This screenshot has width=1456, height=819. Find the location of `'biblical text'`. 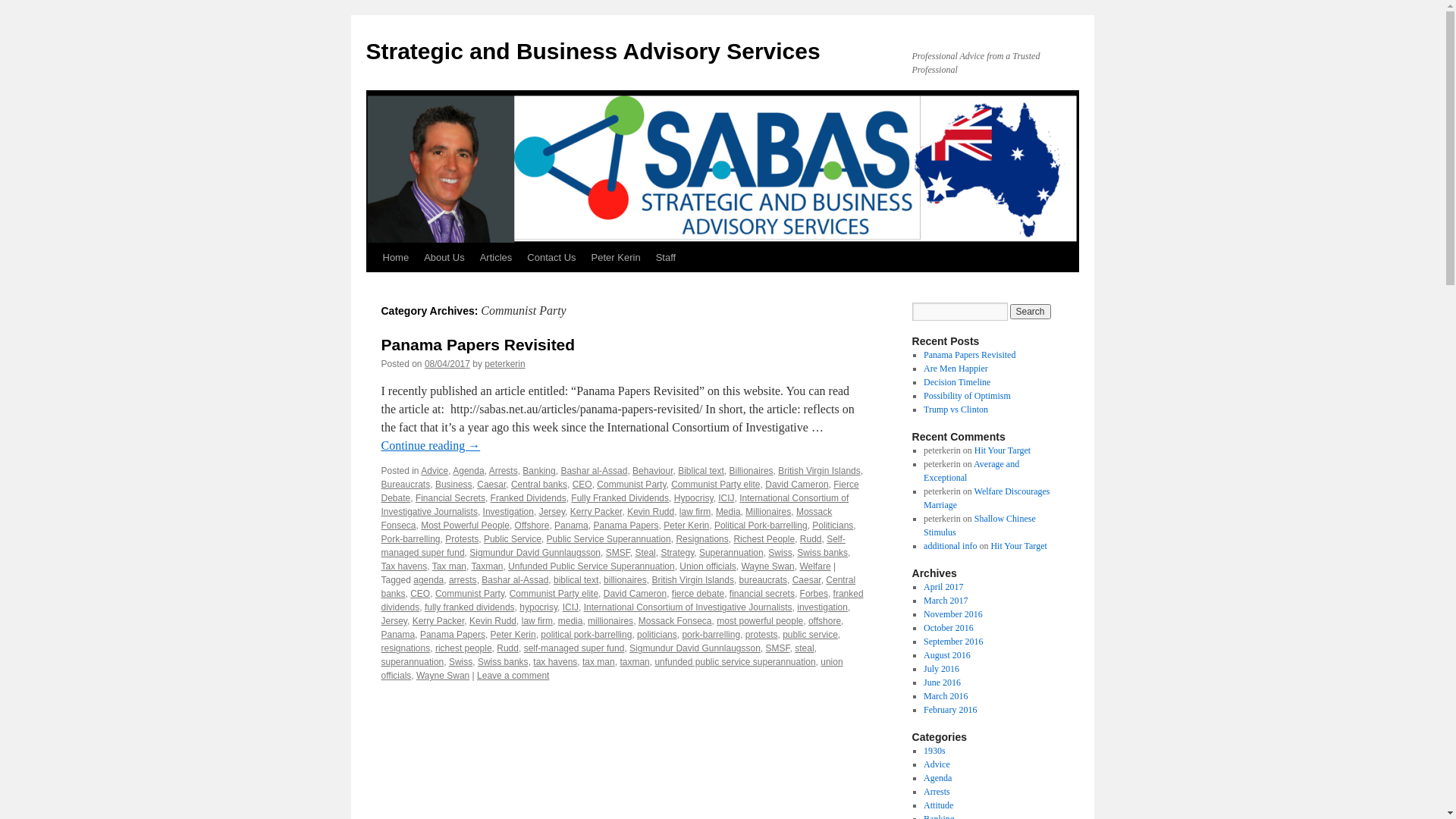

'biblical text' is located at coordinates (575, 579).